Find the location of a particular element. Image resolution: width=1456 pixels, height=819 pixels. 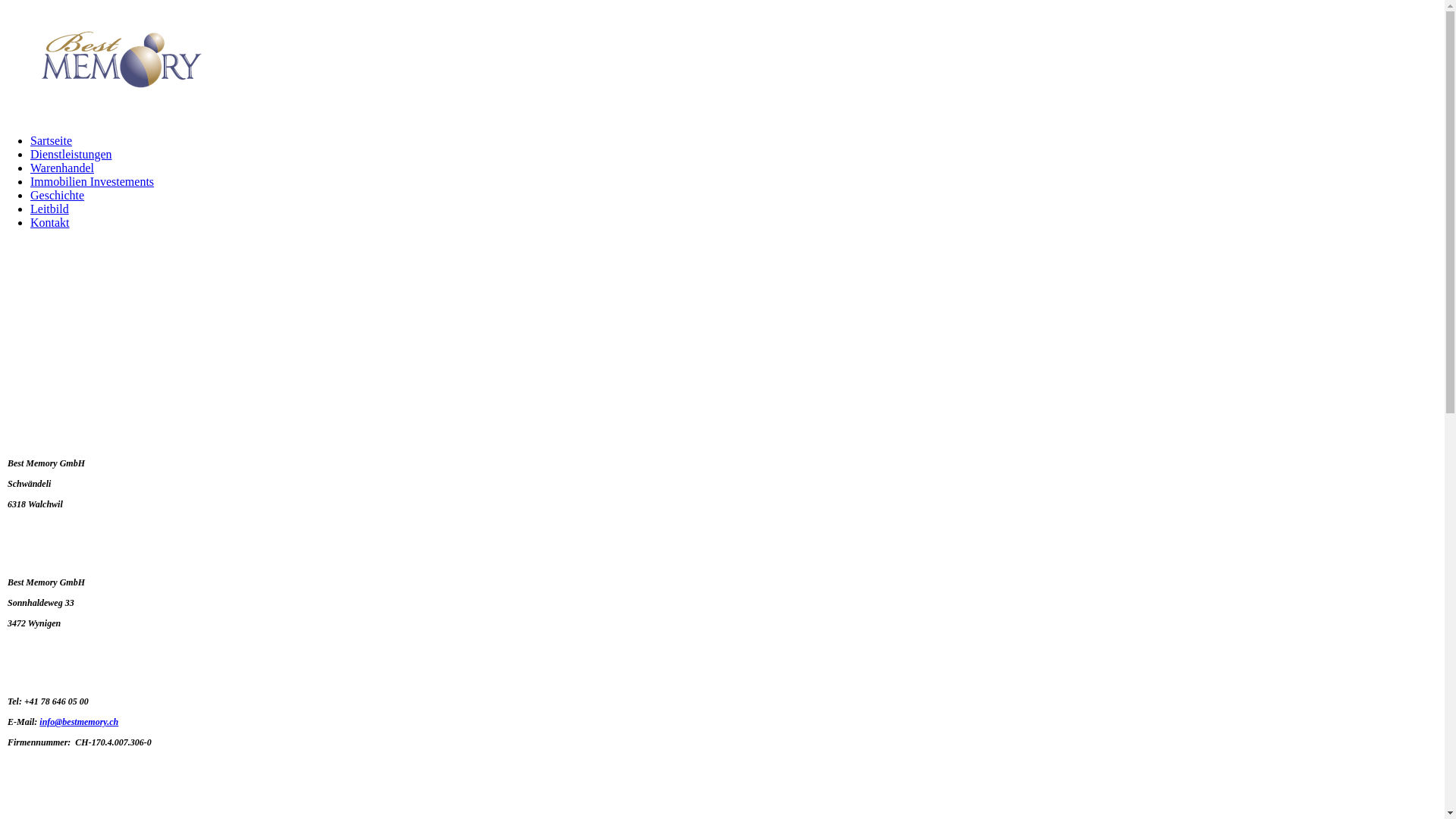

'Dienstleistungen' is located at coordinates (71, 154).